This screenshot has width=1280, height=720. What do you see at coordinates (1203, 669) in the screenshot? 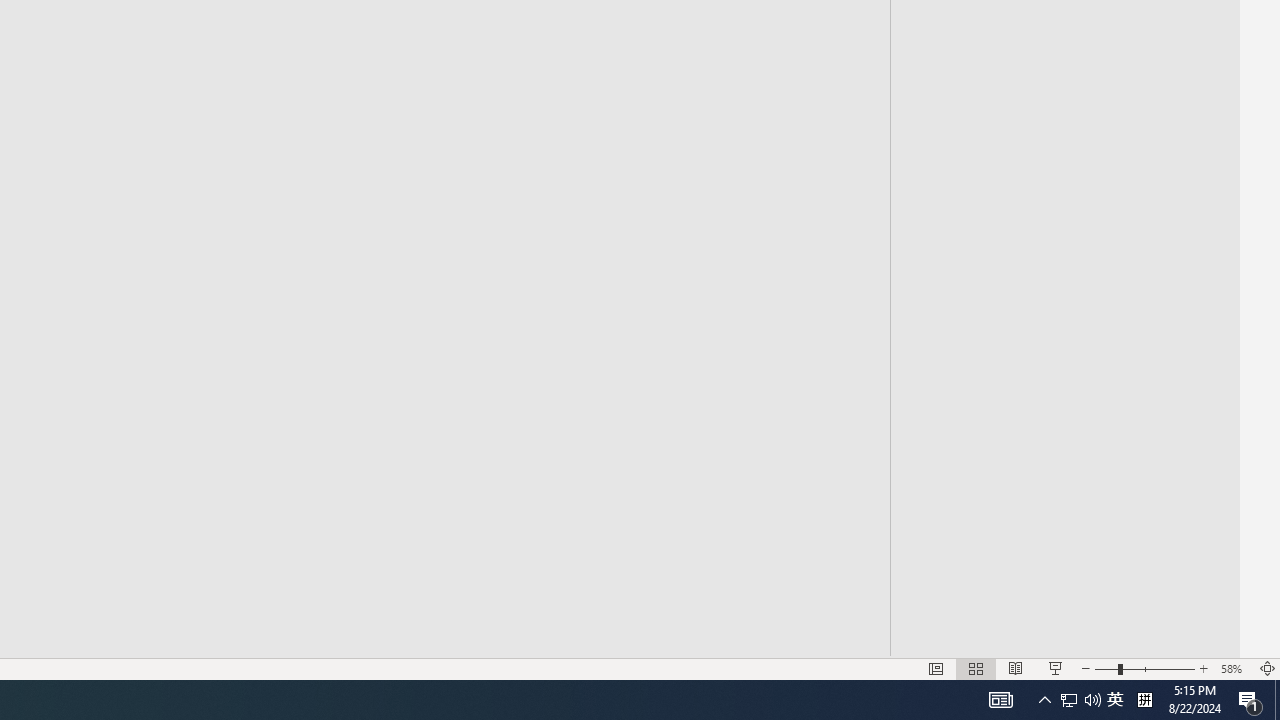
I see `'Zoom In'` at bounding box center [1203, 669].